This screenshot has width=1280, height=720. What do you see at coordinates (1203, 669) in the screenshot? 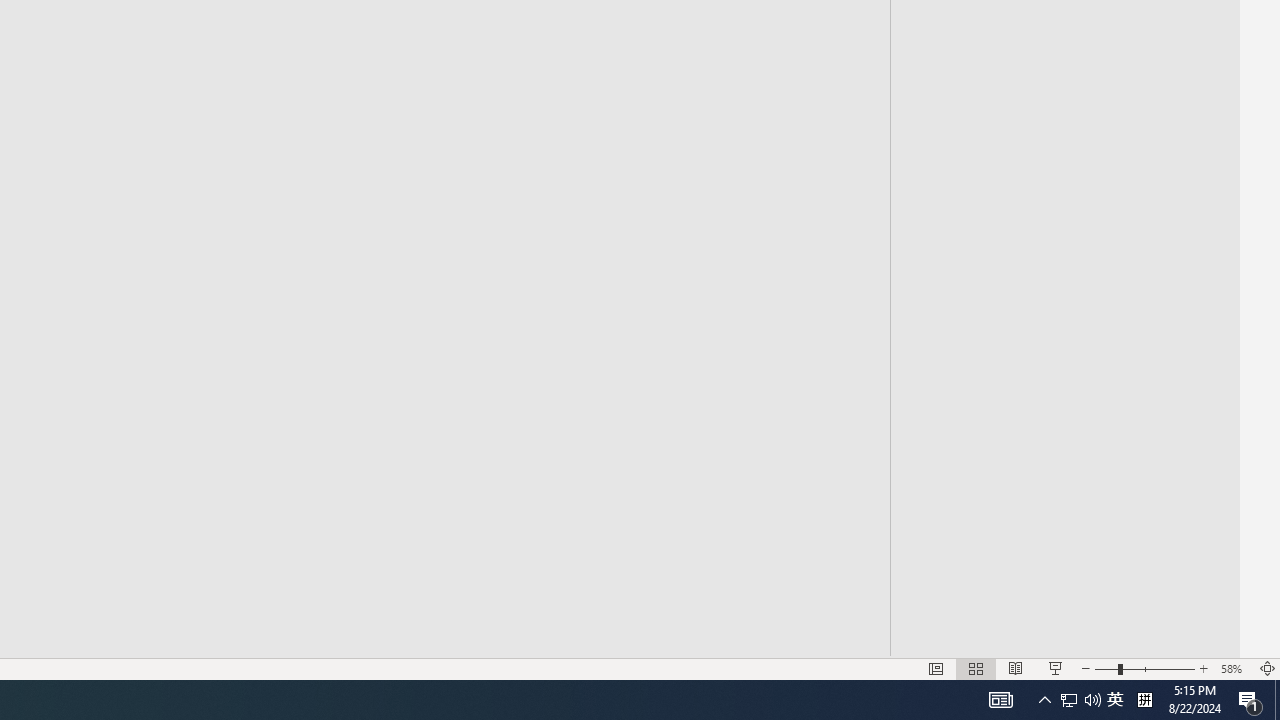
I see `'Zoom In'` at bounding box center [1203, 669].